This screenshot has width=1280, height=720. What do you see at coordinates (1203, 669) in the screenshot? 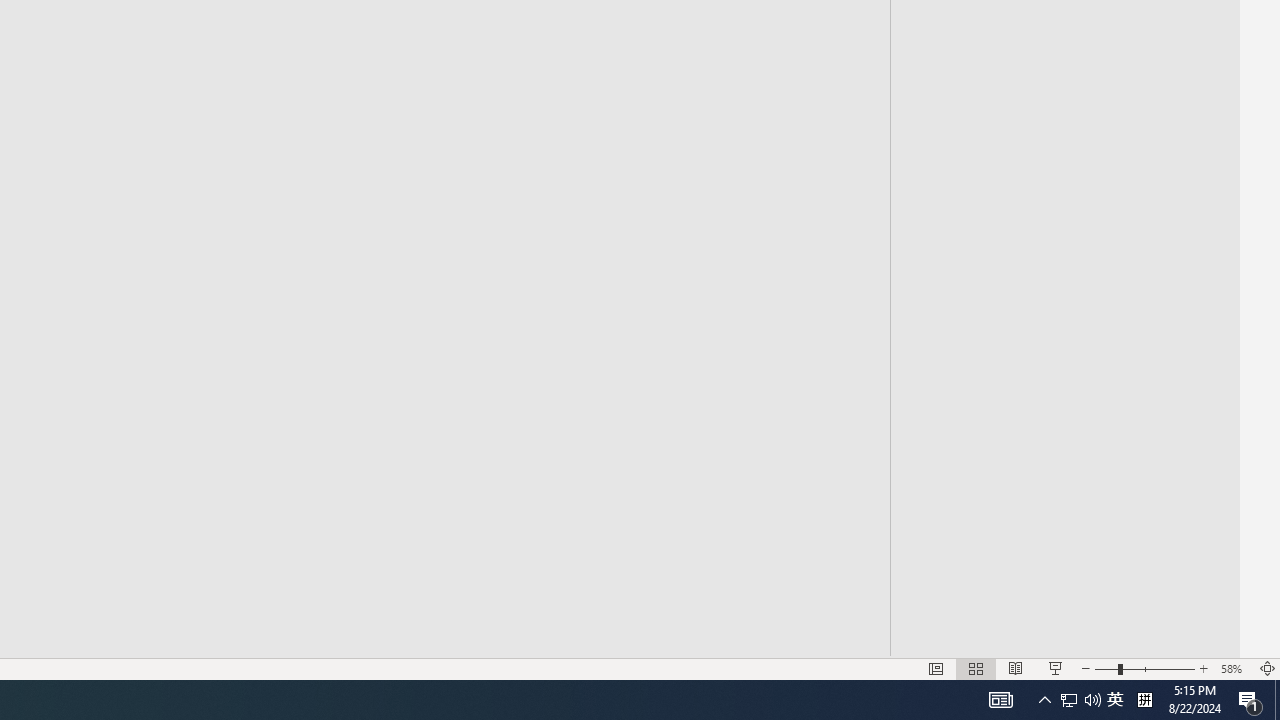
I see `'Zoom In'` at bounding box center [1203, 669].